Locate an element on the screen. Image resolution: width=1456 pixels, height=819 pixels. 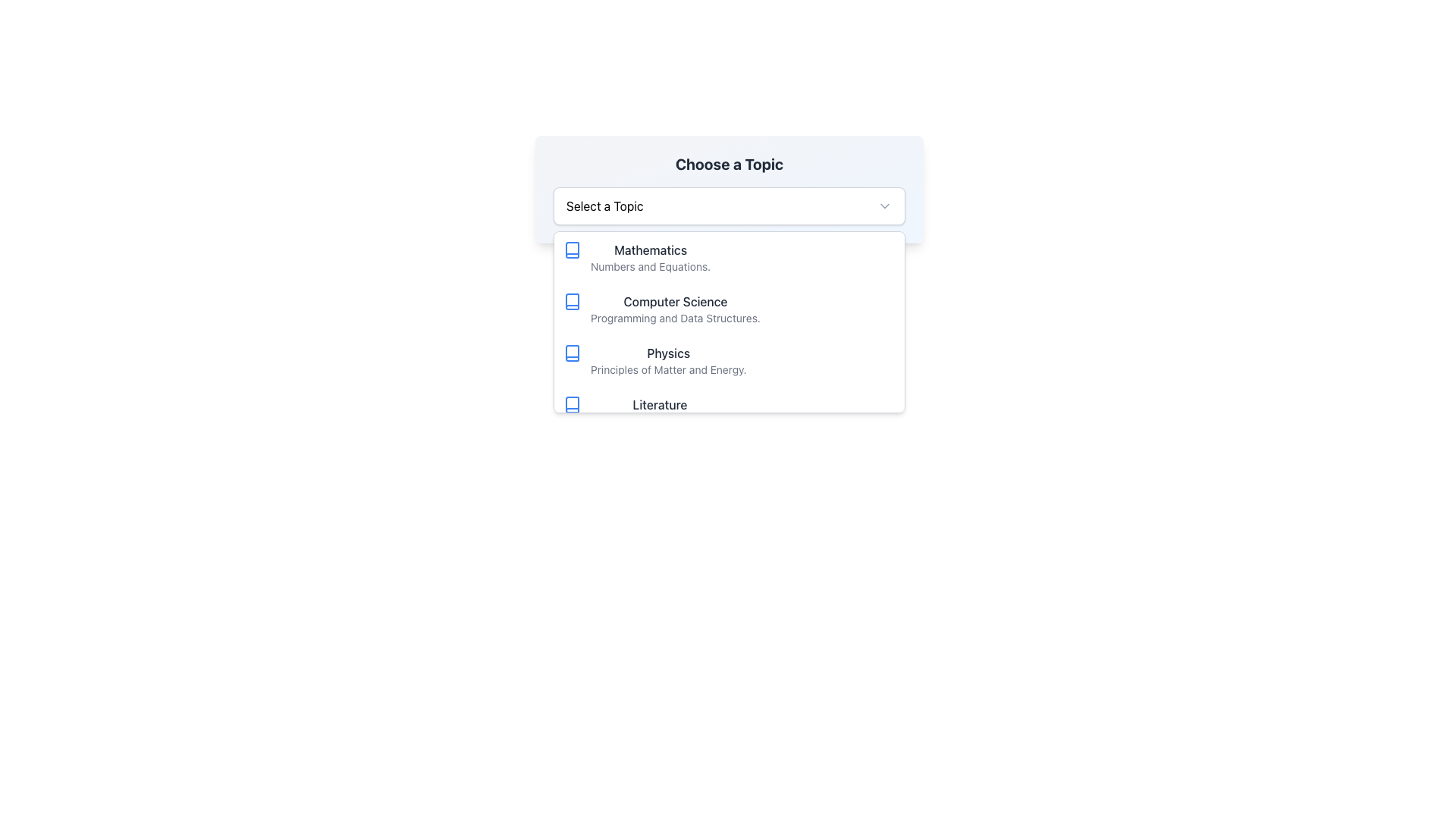
bold static text label displaying 'Physics' which is positioned above the description text 'Principles of Matter and Energy' in the dropdown list of the topic selection interface is located at coordinates (667, 353).